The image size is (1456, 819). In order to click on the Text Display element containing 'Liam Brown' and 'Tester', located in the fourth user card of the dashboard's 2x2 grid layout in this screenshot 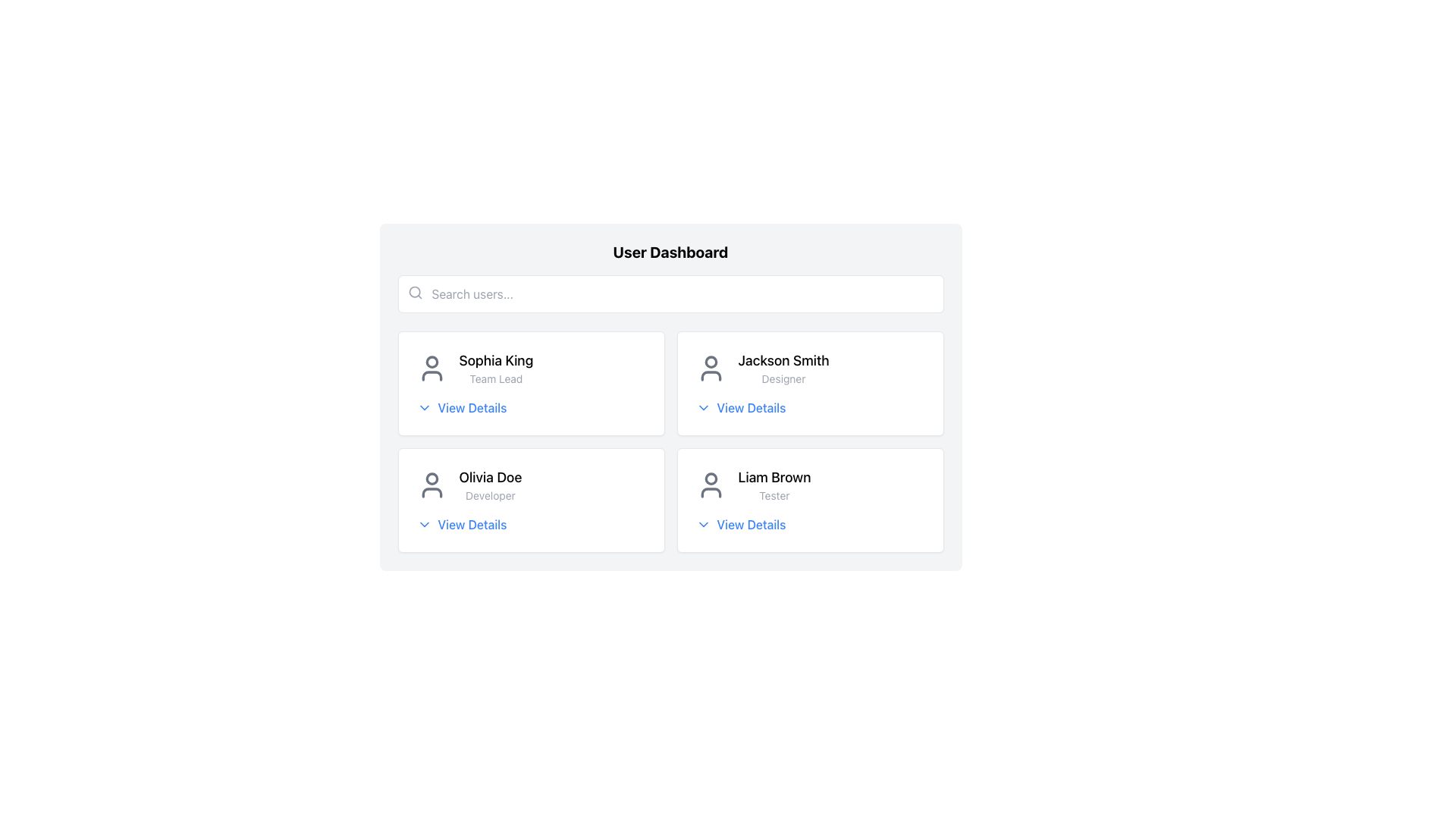, I will do `click(774, 485)`.